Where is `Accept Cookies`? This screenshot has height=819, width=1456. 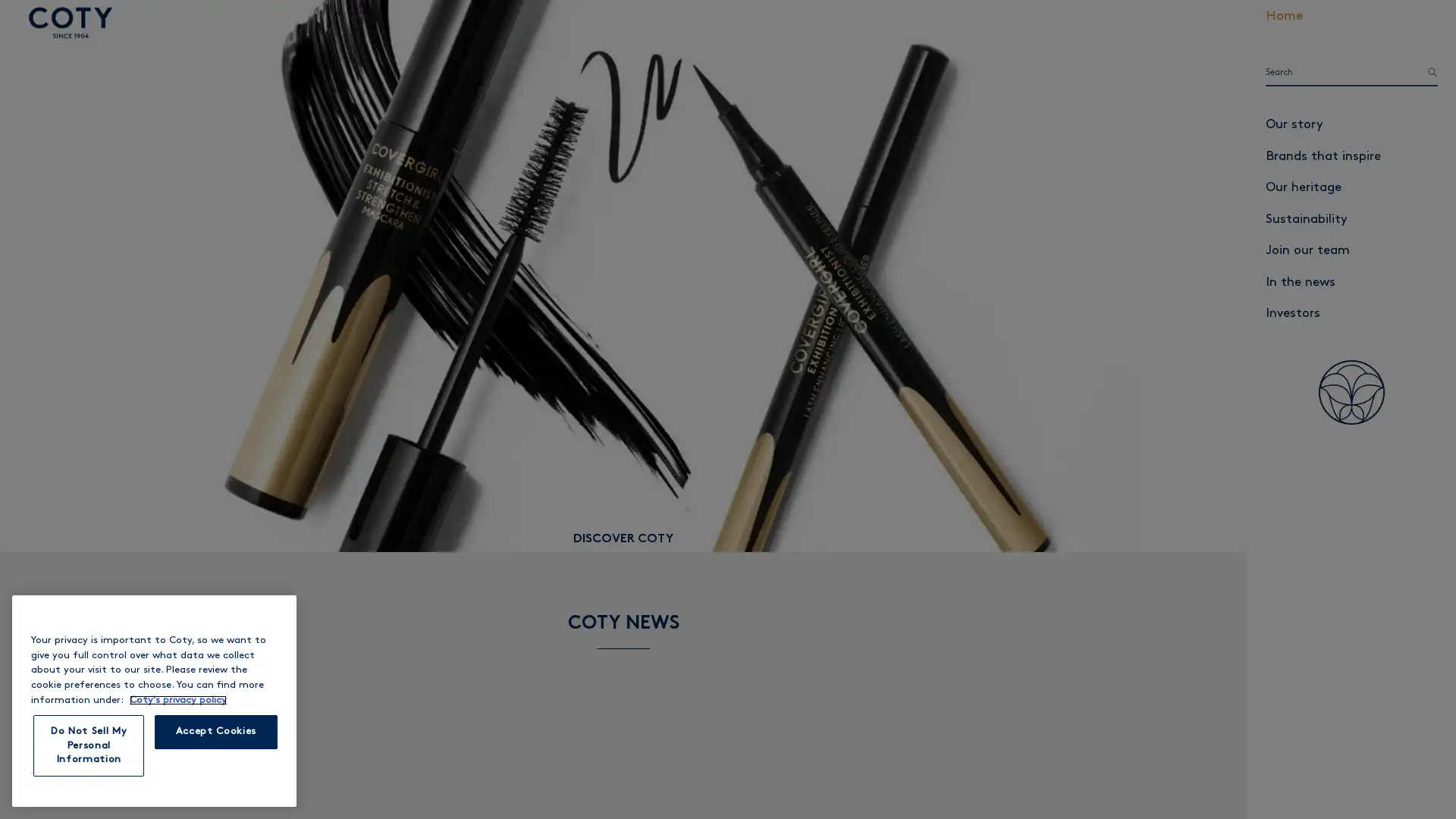 Accept Cookies is located at coordinates (215, 730).